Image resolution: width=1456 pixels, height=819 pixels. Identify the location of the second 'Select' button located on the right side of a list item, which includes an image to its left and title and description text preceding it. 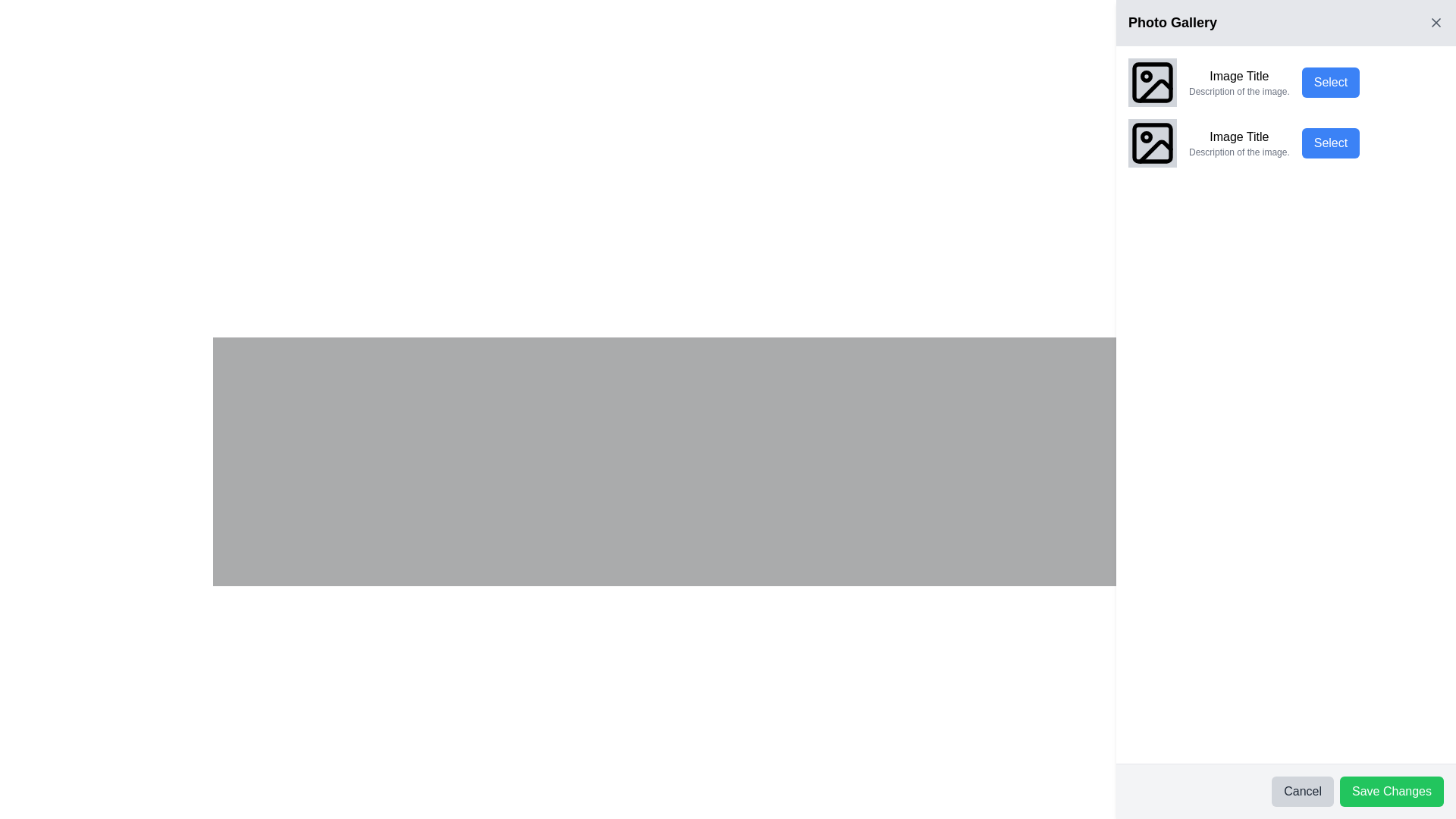
(1329, 143).